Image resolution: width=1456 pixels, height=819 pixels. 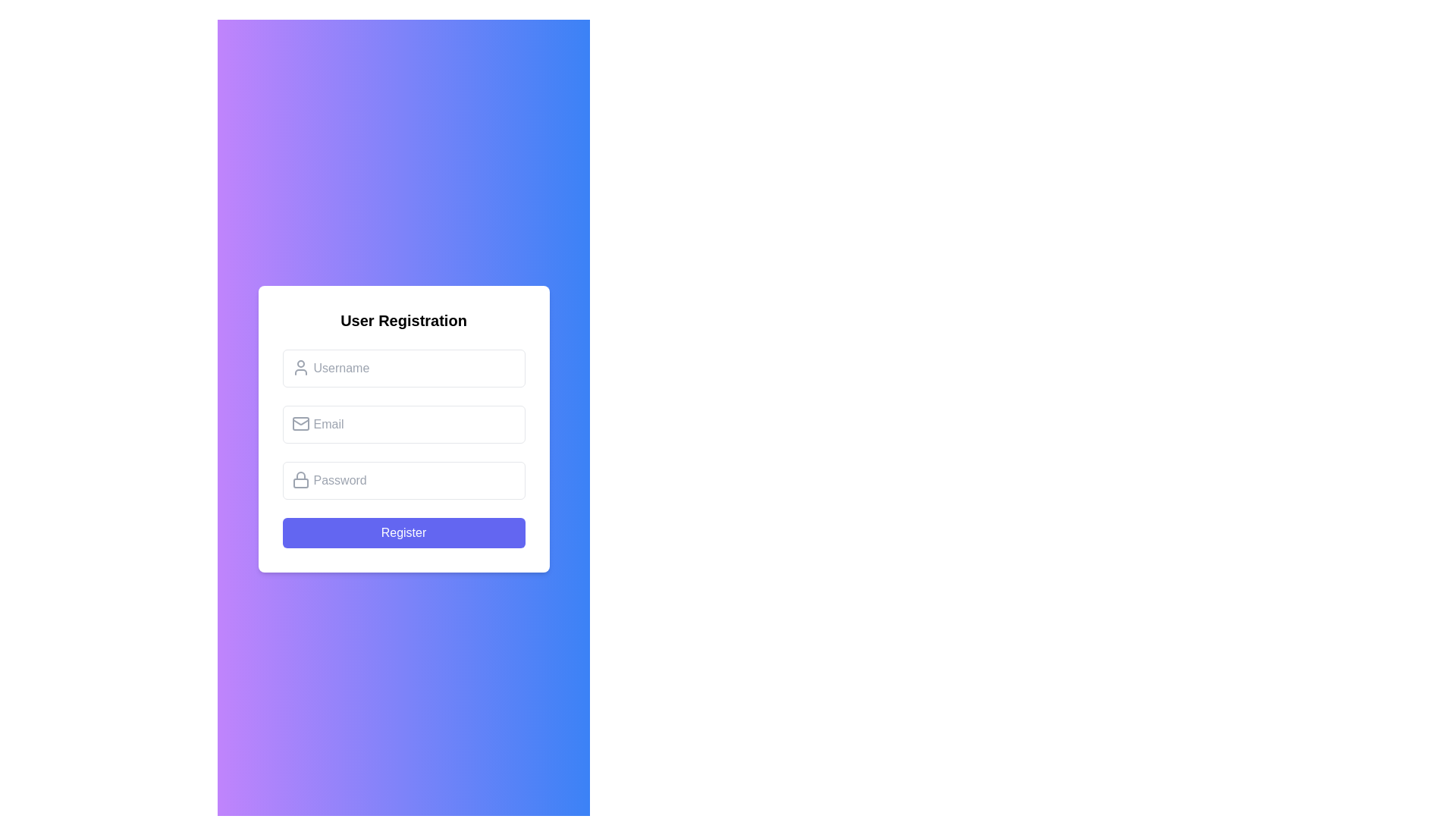 What do you see at coordinates (300, 475) in the screenshot?
I see `the top arc of the lock icon, which symbolizes a securing mechanism, located within the 'Password' input field of the user registration form` at bounding box center [300, 475].